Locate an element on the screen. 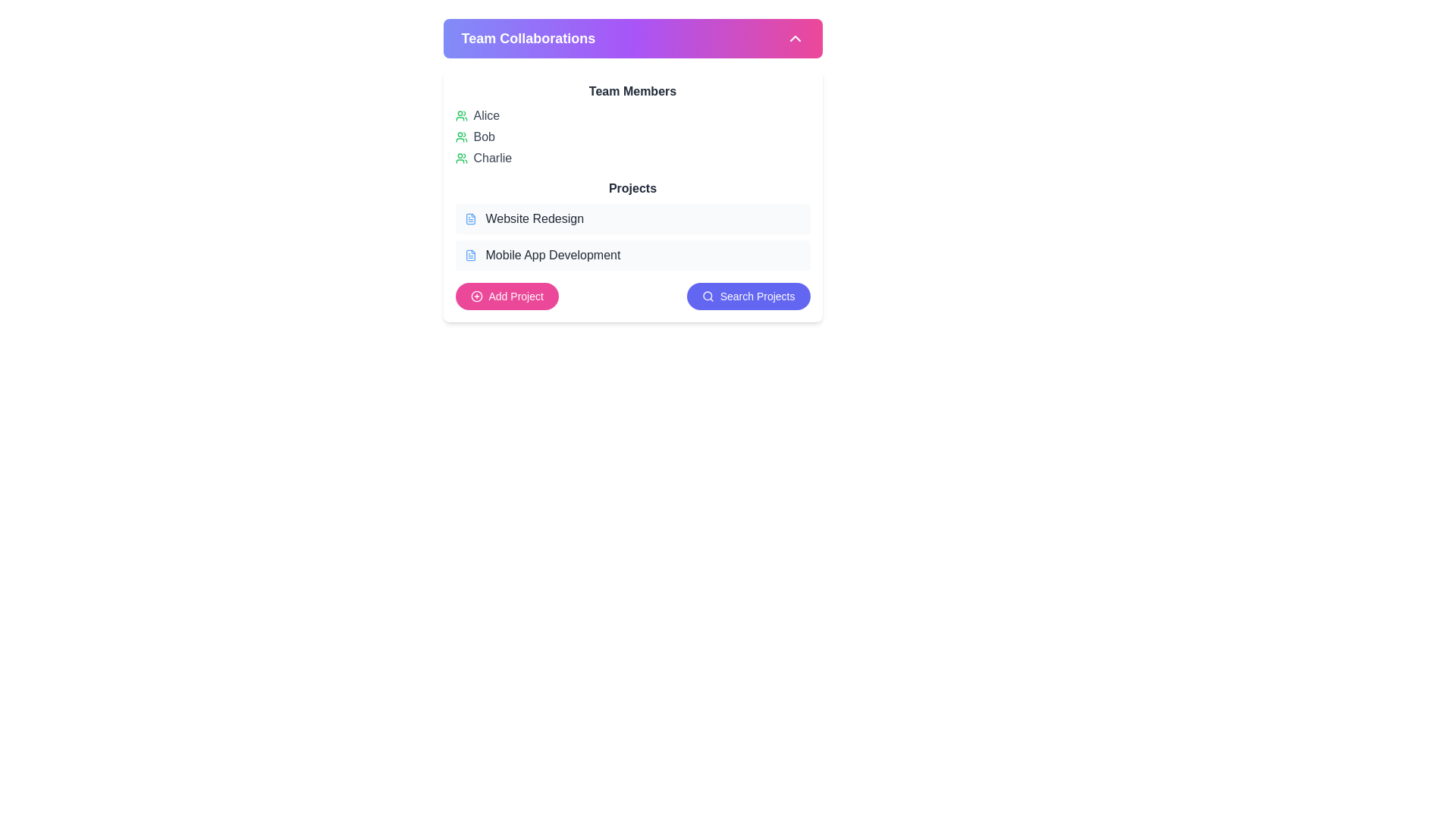  the small circular component of the search icon resembling a magnifying glass handle, located towards the top-right of the interface is located at coordinates (706, 296).